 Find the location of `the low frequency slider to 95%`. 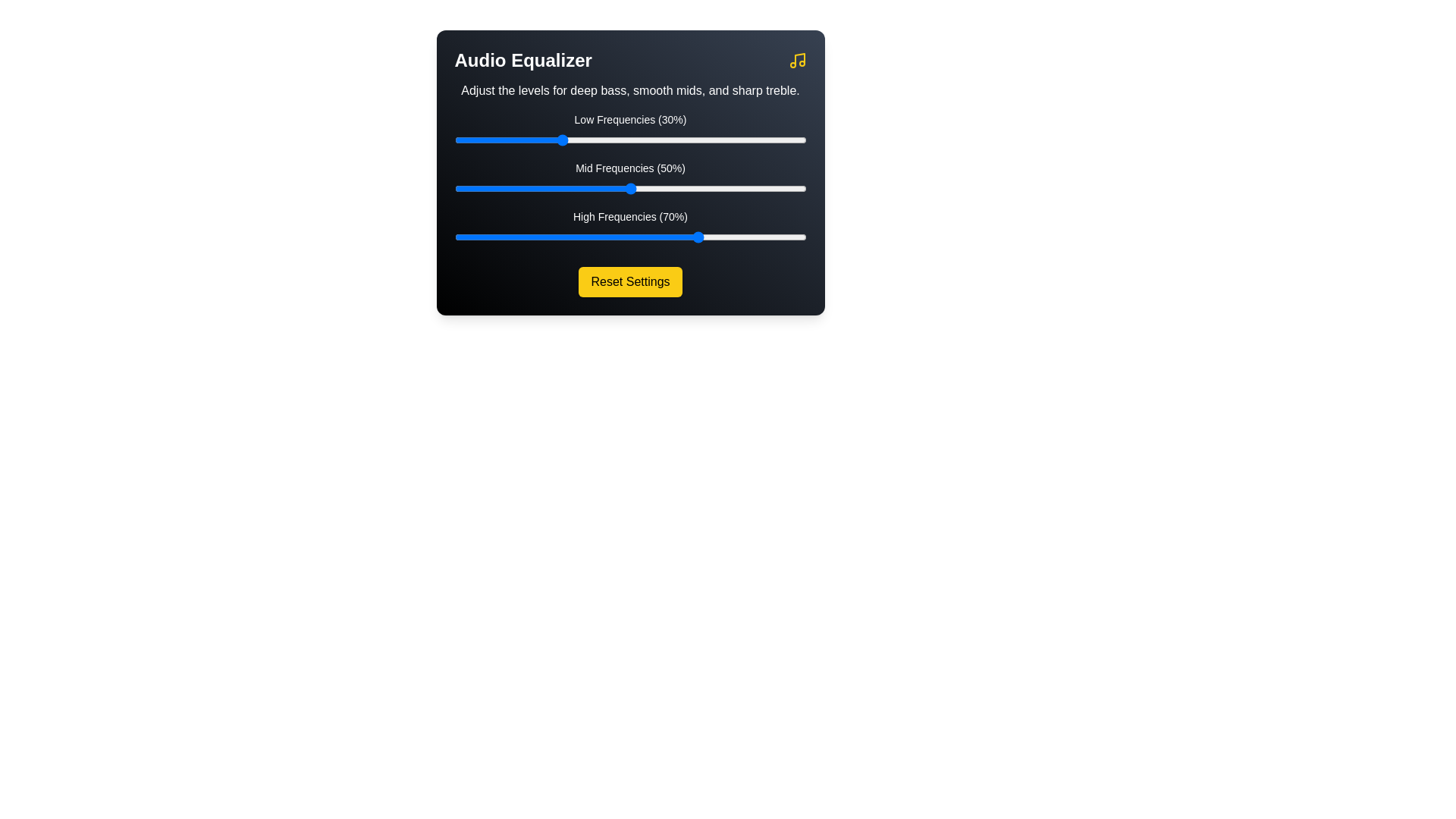

the low frequency slider to 95% is located at coordinates (789, 140).